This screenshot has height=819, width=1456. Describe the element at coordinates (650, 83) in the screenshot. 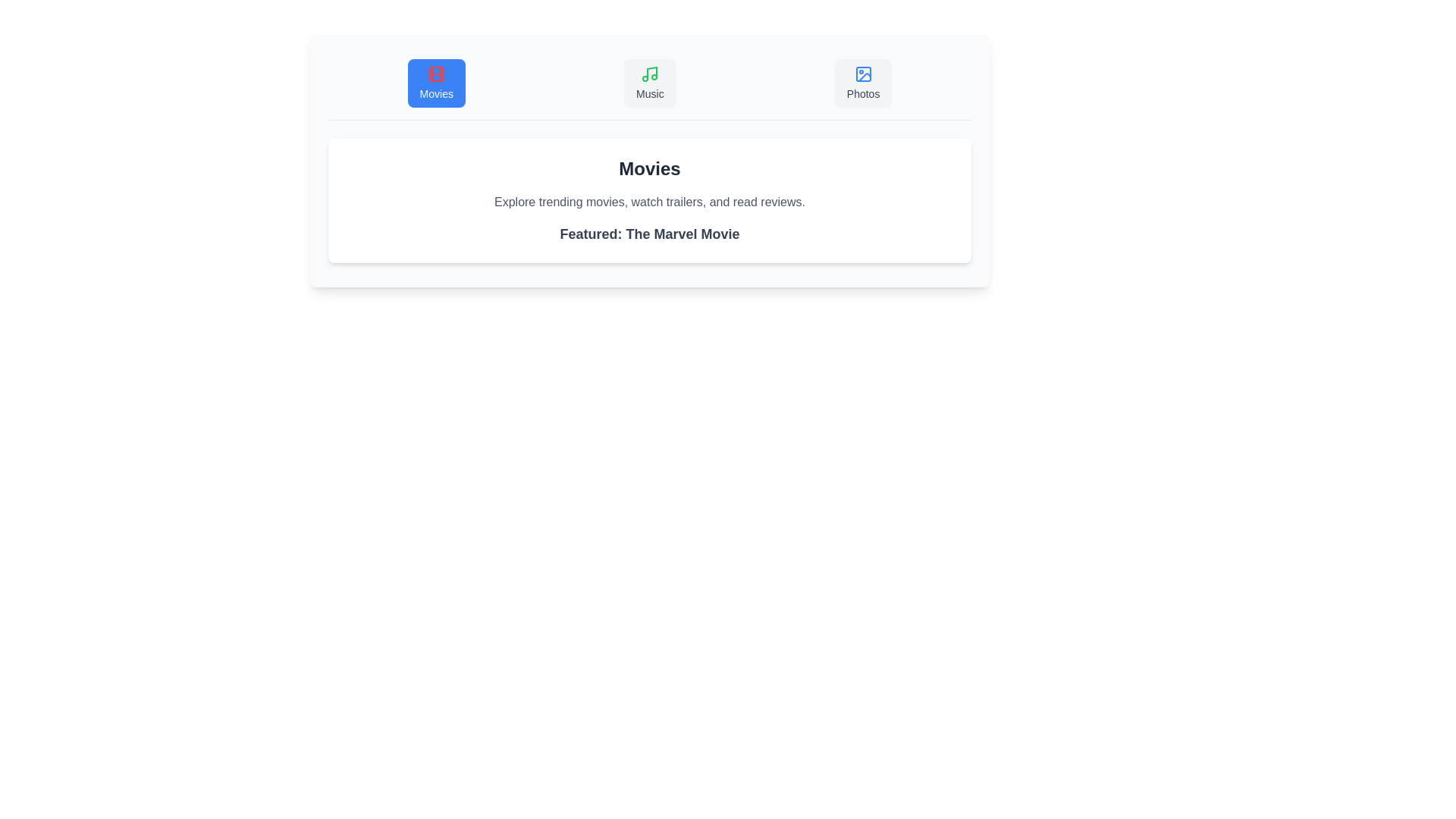

I see `the Music tab by clicking on its button` at that location.